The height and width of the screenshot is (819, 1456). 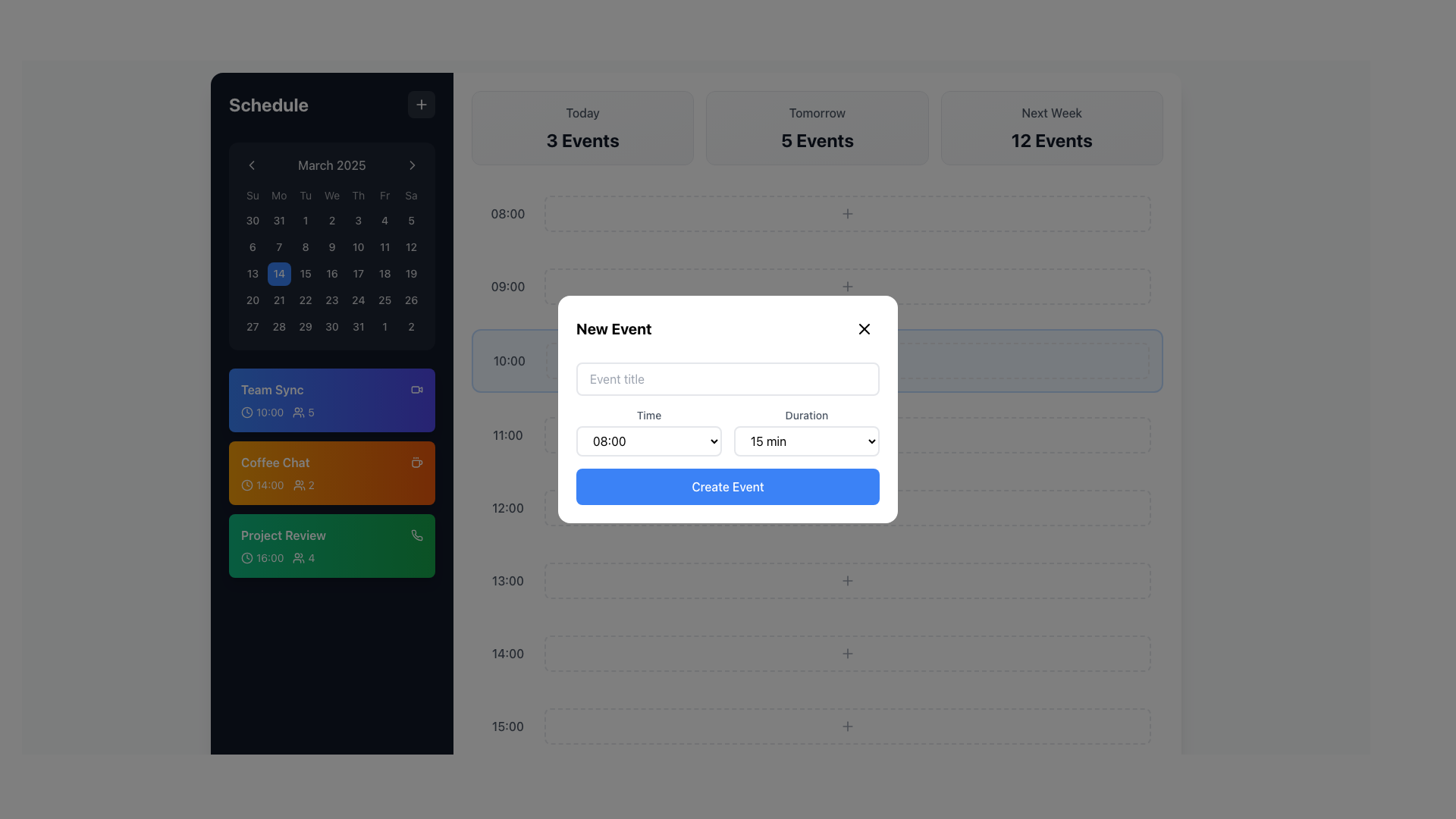 I want to click on the button located in the left sidebar, adjacent to the heading 'March 2025', so click(x=251, y=165).